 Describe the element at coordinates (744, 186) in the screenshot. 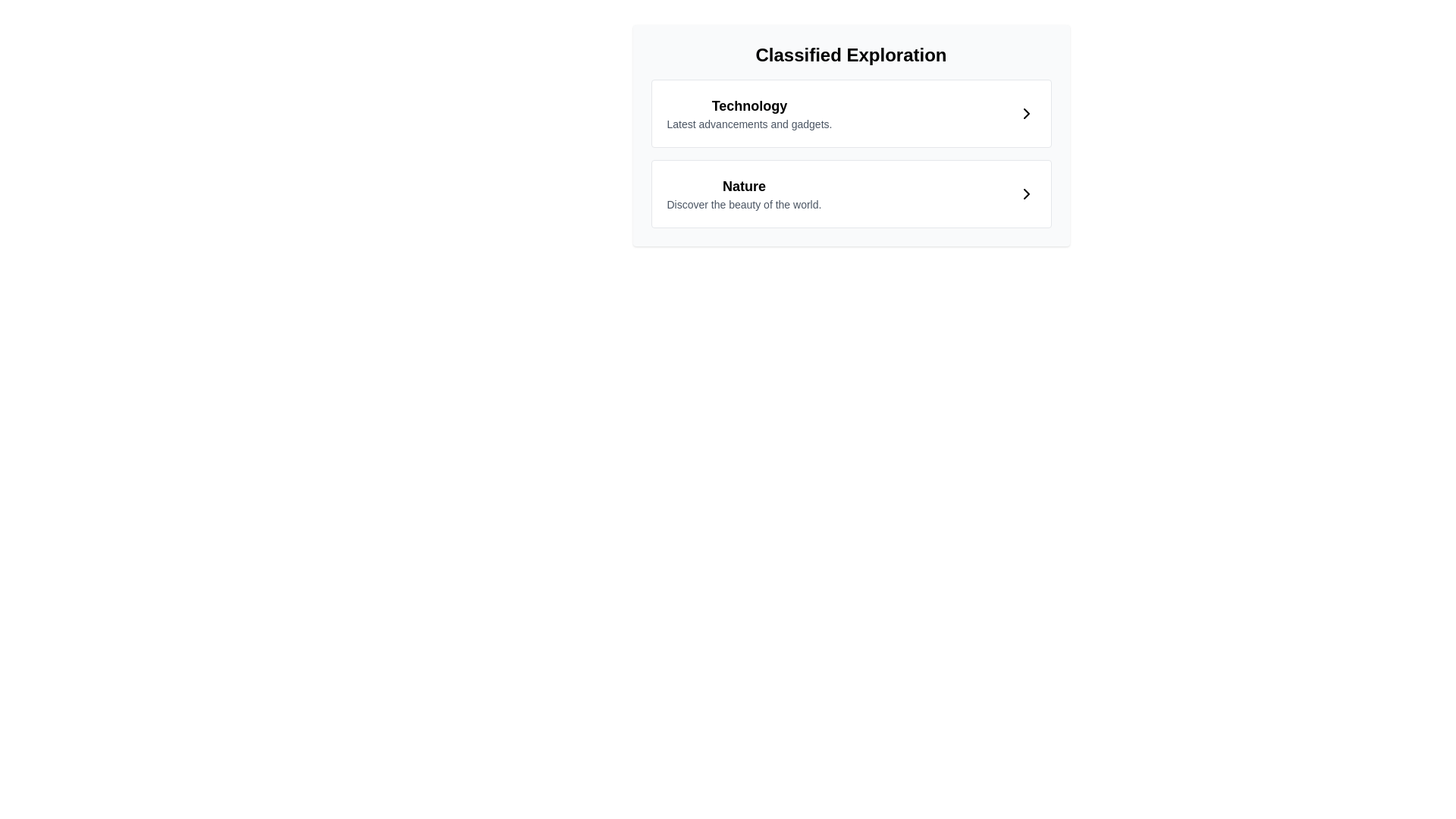

I see `the heading element indicating the 'Nature' category, which is centrally placed above the descriptive text 'Discover the beauty of the world.'` at that location.